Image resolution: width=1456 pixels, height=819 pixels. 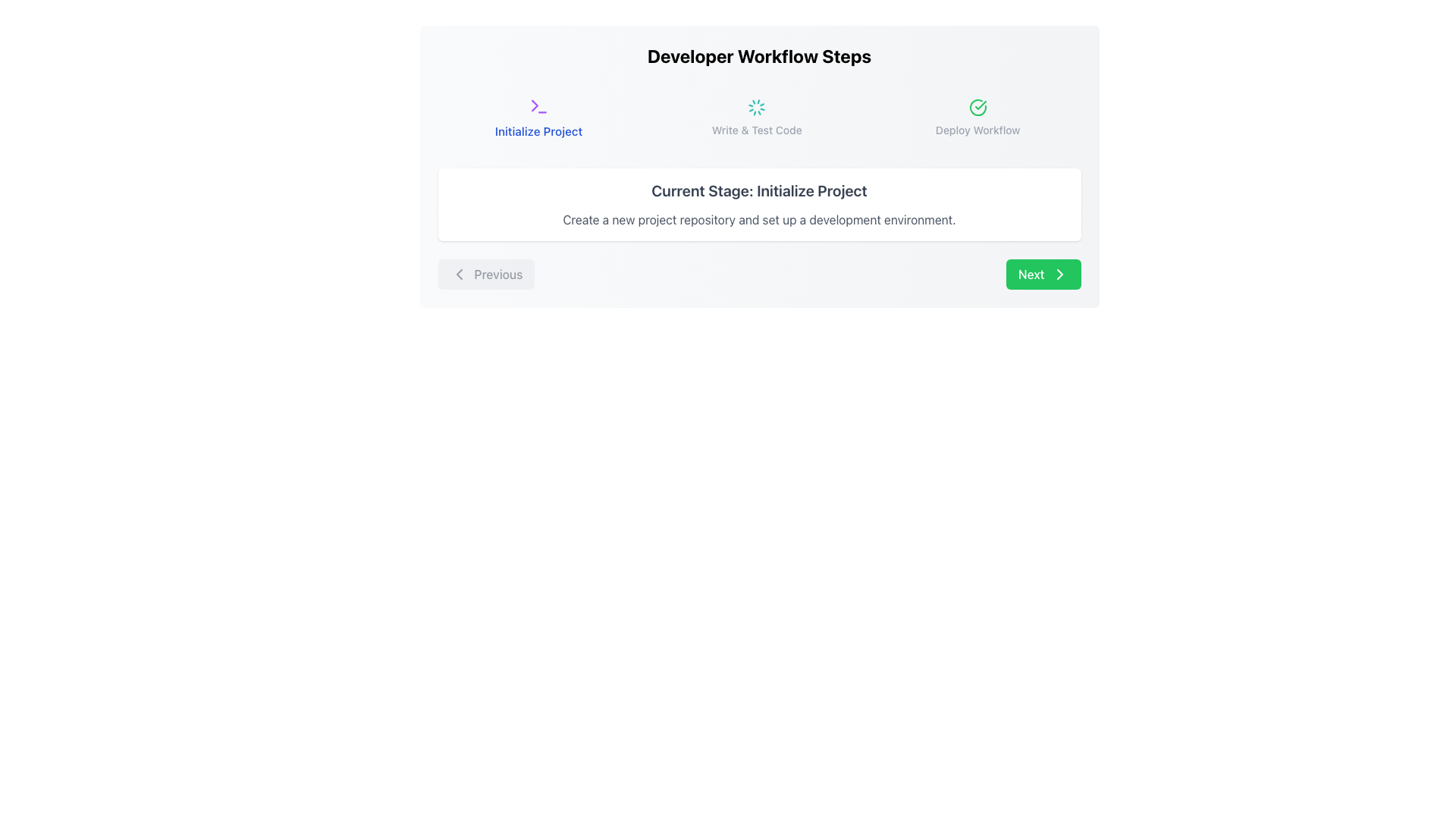 What do you see at coordinates (1059, 275) in the screenshot?
I see `the directional icon` at bounding box center [1059, 275].